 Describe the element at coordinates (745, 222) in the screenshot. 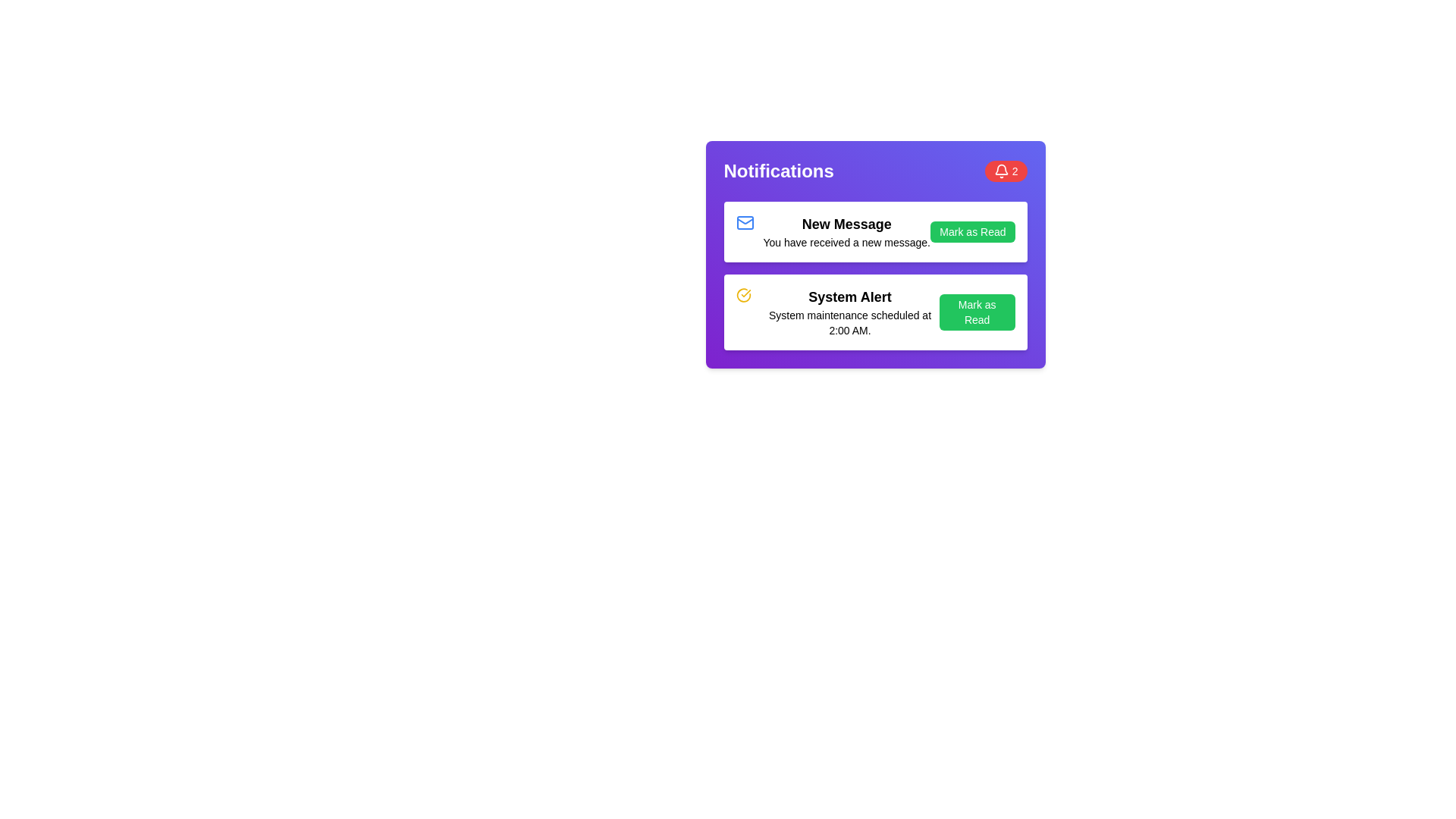

I see `the notification card by clicking on the icon that signifies a new message, located at the top-left corner of the notification block` at that location.